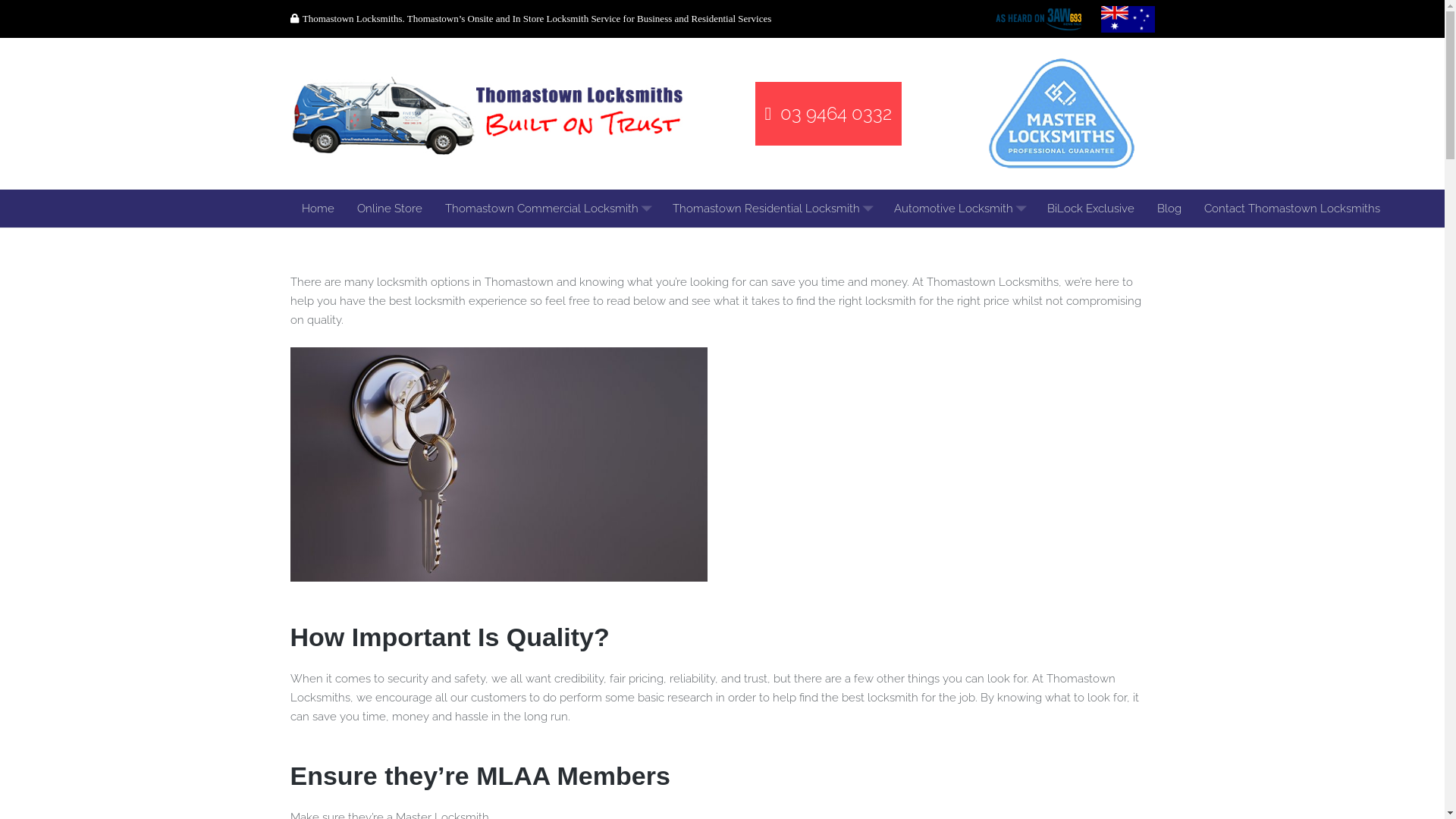  Describe the element at coordinates (316, 208) in the screenshot. I see `'Home'` at that location.